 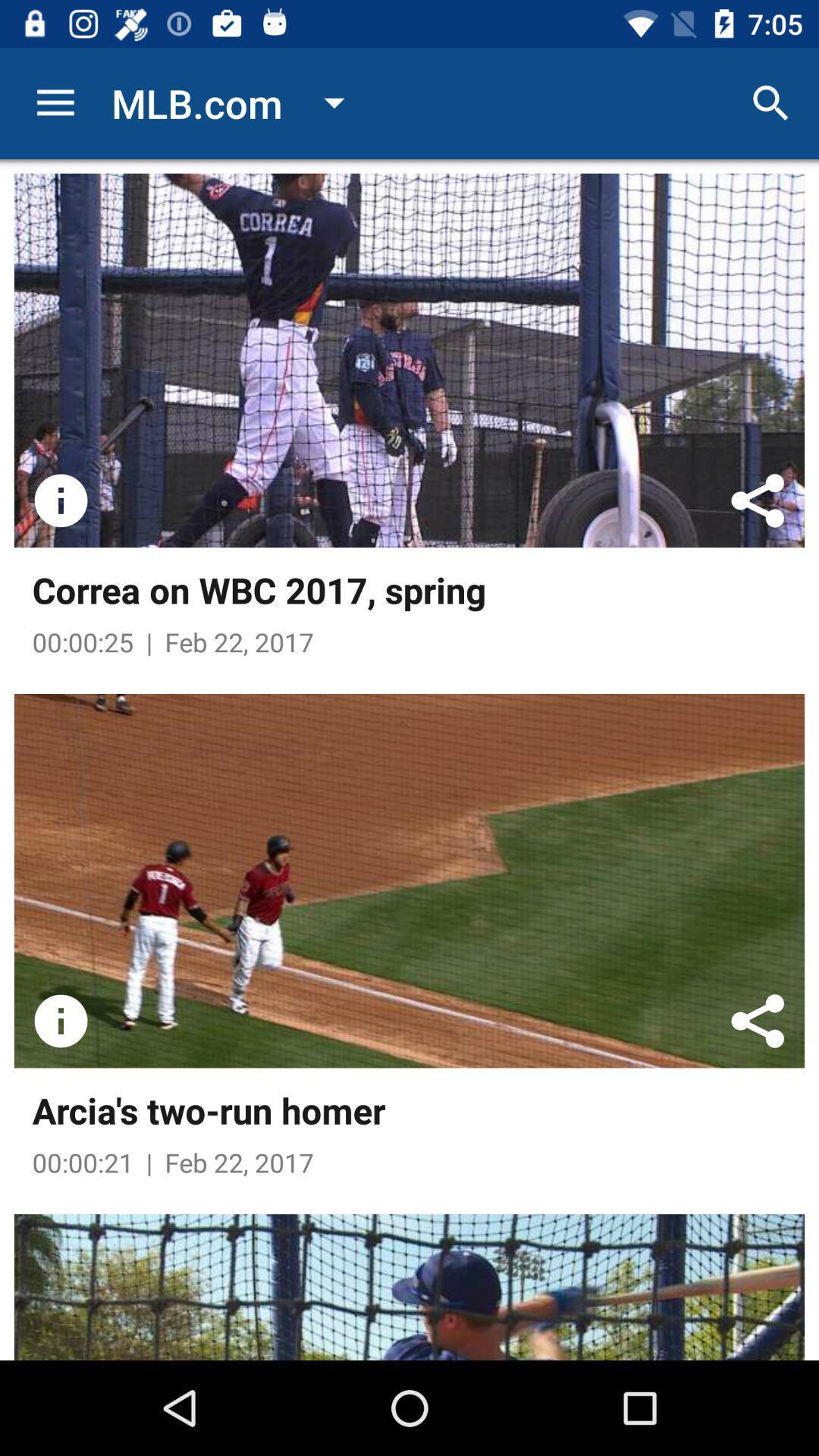 I want to click on share page, so click(x=758, y=1021).